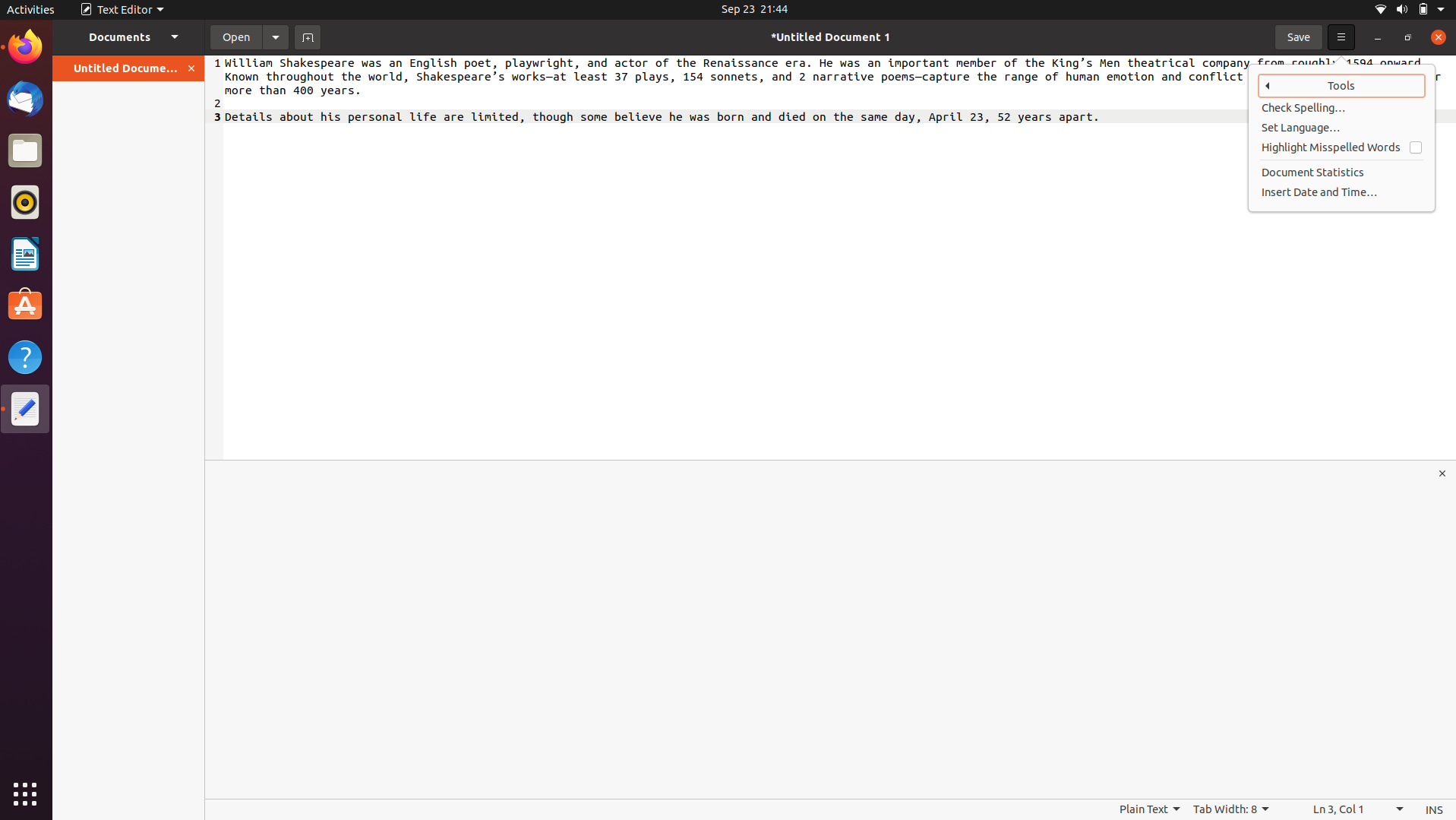 Image resolution: width=1456 pixels, height=820 pixels. I want to click on In the more documents panel, go down to and open the second document, so click(128, 36).